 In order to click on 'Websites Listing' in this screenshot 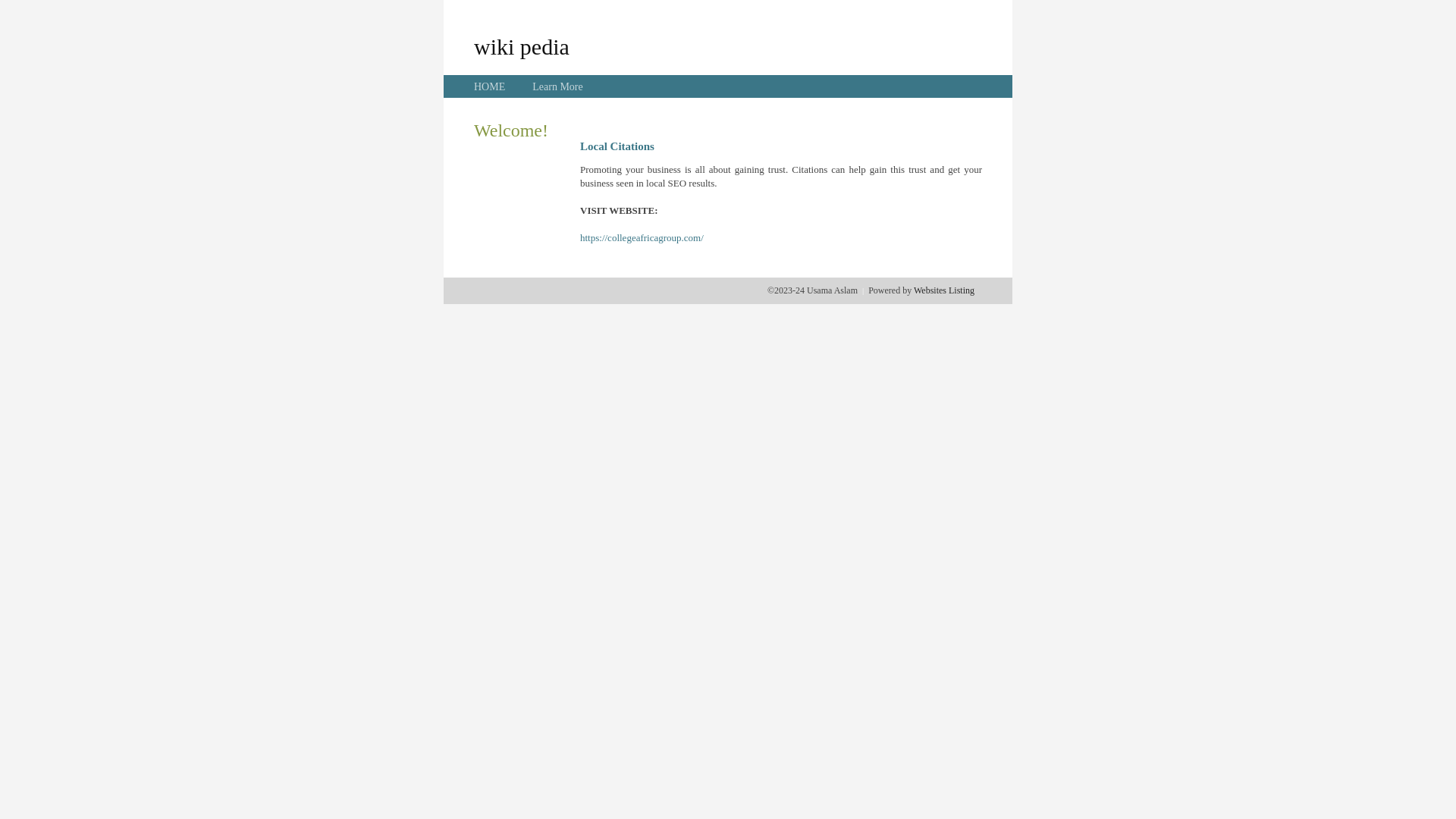, I will do `click(943, 290)`.